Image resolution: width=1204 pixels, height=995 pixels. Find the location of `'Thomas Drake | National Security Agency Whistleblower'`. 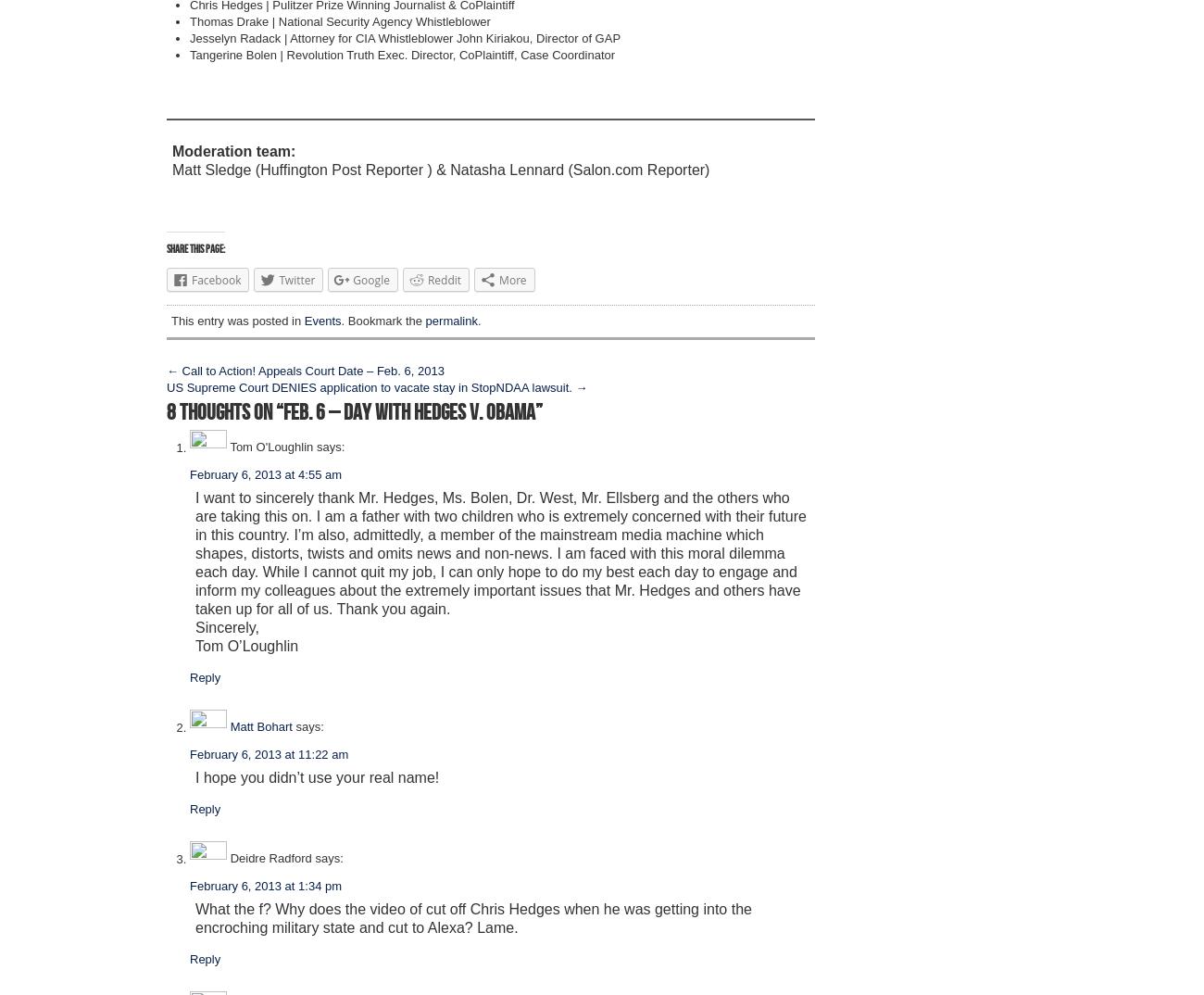

'Thomas Drake | National Security Agency Whistleblower' is located at coordinates (338, 20).